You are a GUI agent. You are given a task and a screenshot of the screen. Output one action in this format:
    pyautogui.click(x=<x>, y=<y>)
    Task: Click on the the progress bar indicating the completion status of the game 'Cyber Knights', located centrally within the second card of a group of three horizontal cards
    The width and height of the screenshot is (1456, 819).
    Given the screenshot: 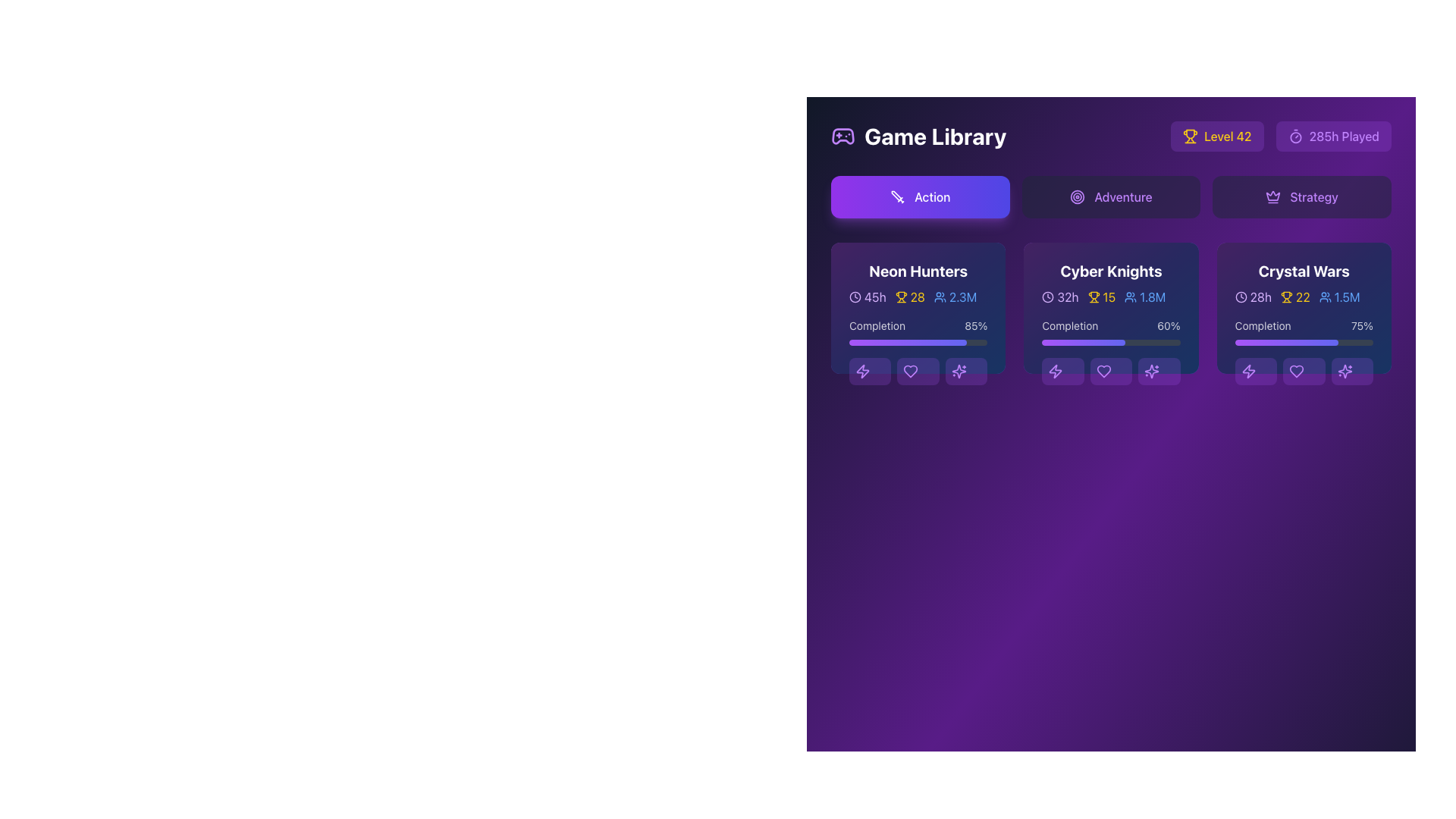 What is the action you would take?
    pyautogui.click(x=1111, y=331)
    